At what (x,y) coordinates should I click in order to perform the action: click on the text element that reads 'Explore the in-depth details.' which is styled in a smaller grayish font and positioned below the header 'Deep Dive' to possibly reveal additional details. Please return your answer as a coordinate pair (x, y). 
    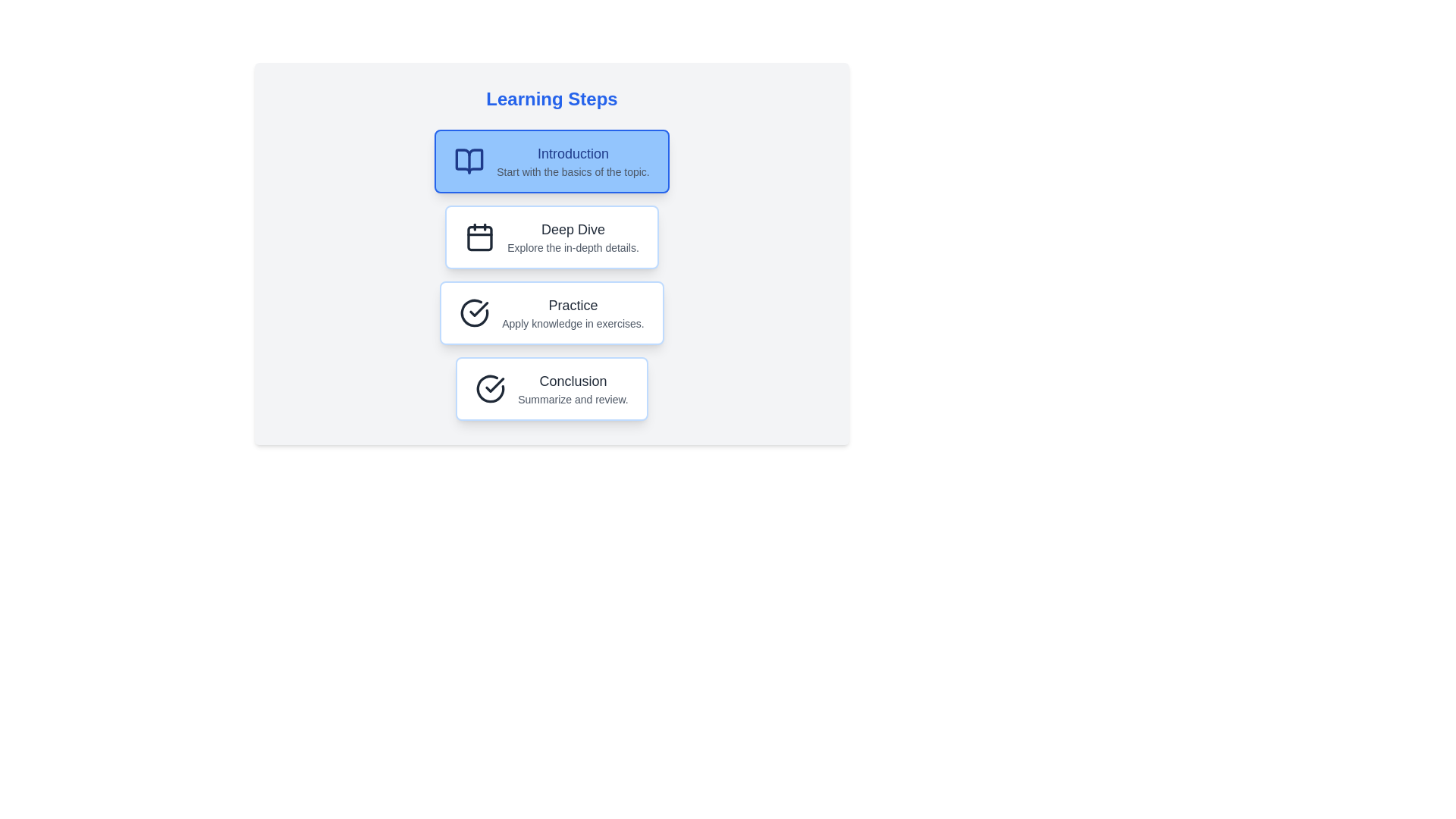
    Looking at the image, I should click on (572, 247).